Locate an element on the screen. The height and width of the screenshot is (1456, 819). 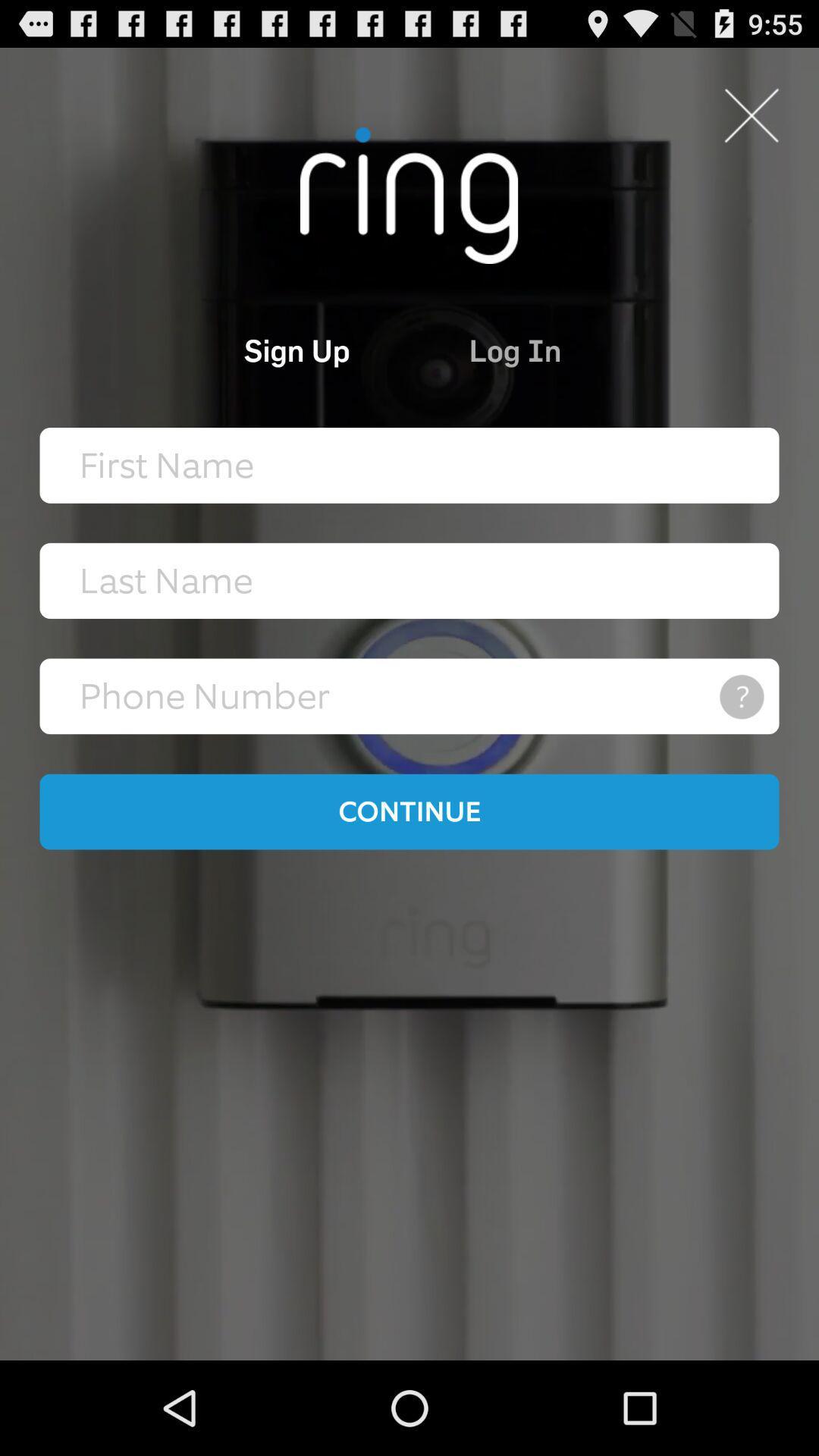
the continue item is located at coordinates (409, 811).